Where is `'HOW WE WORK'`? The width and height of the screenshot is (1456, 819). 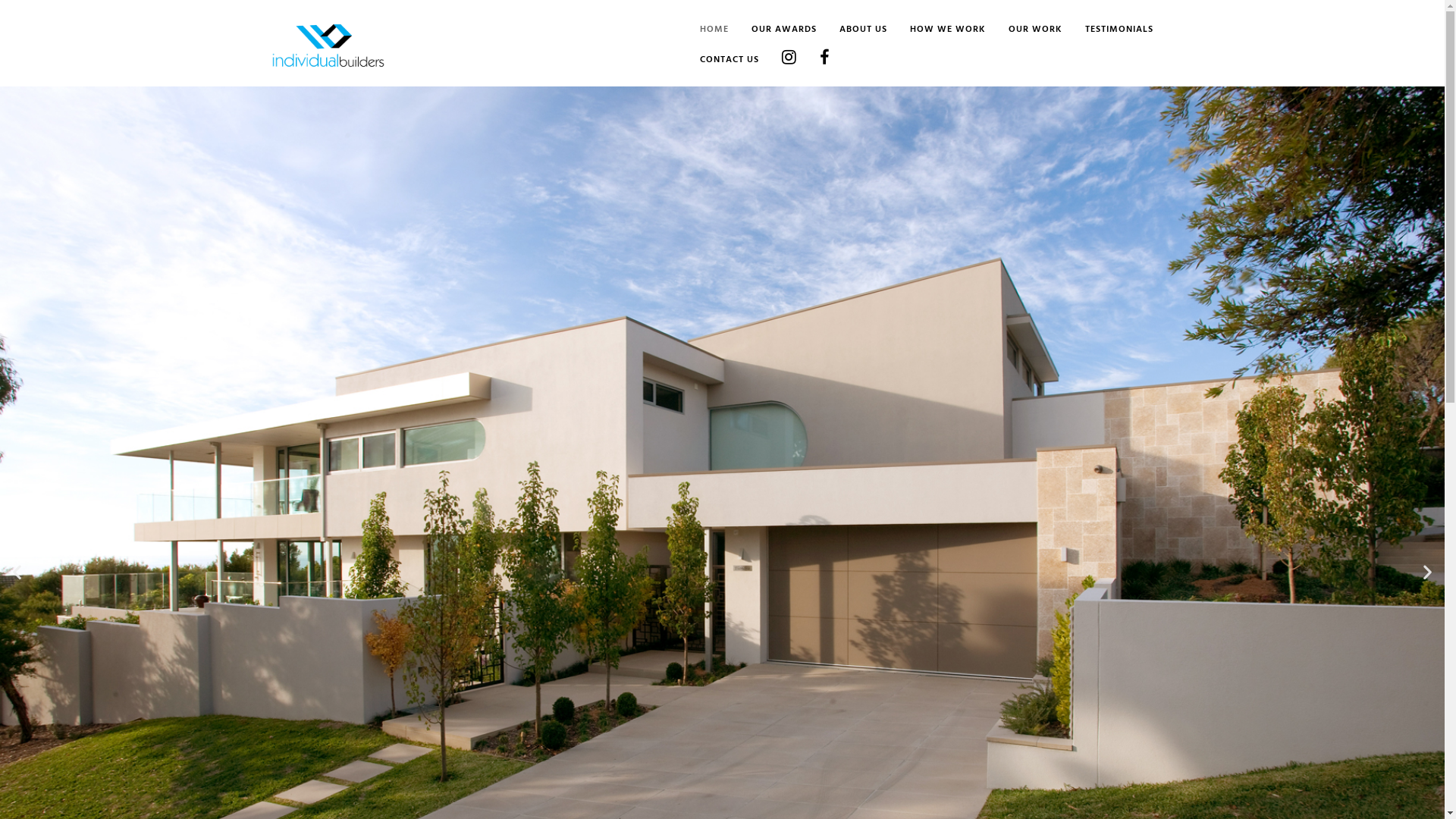 'HOW WE WORK' is located at coordinates (887, 30).